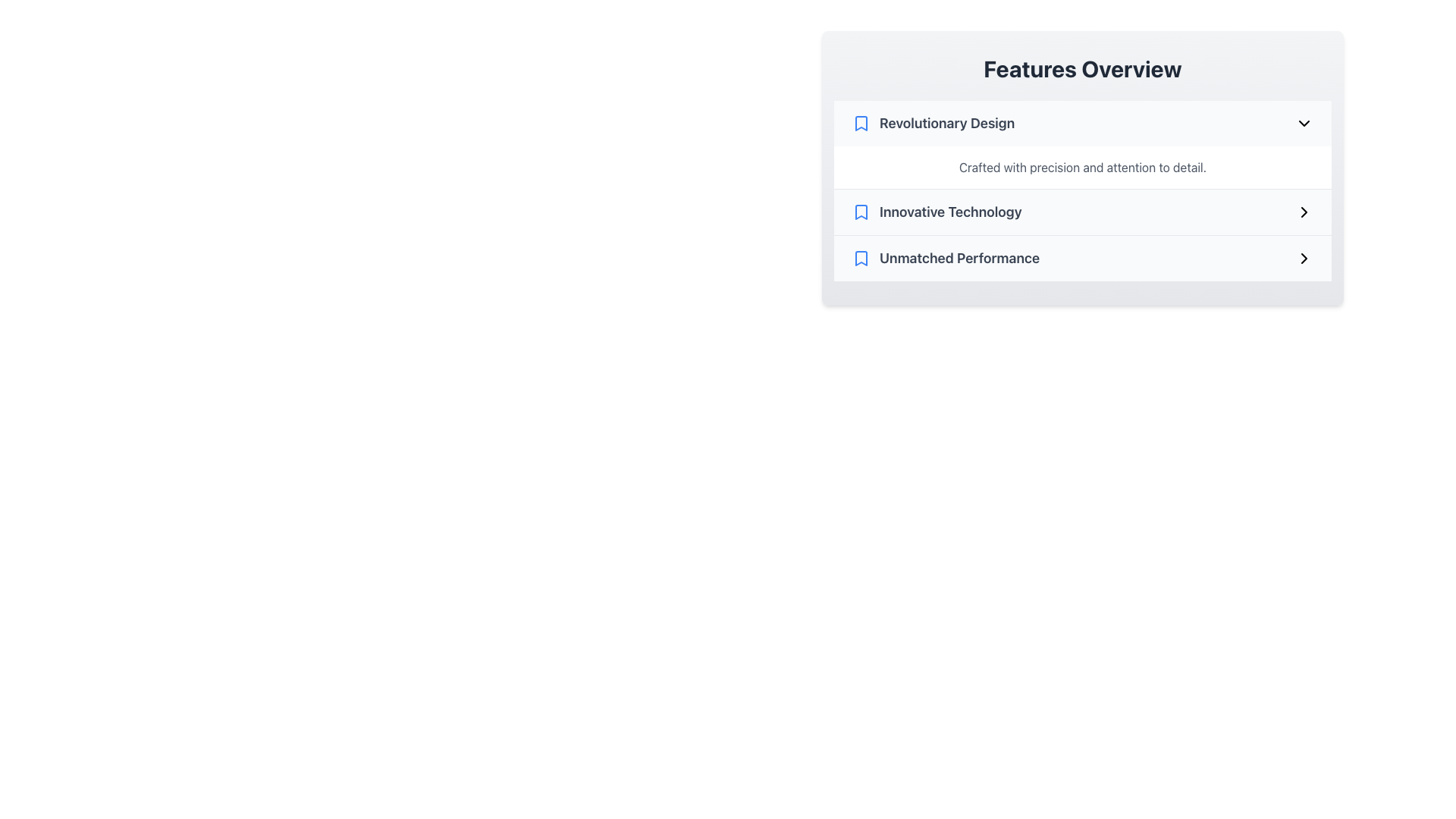 This screenshot has height=819, width=1456. Describe the element at coordinates (861, 257) in the screenshot. I see `the icon indicating 'Unmatched Performance', which is positioned to the left of the 'Unmatched Performance' text in a vertically arranged list of features` at that location.